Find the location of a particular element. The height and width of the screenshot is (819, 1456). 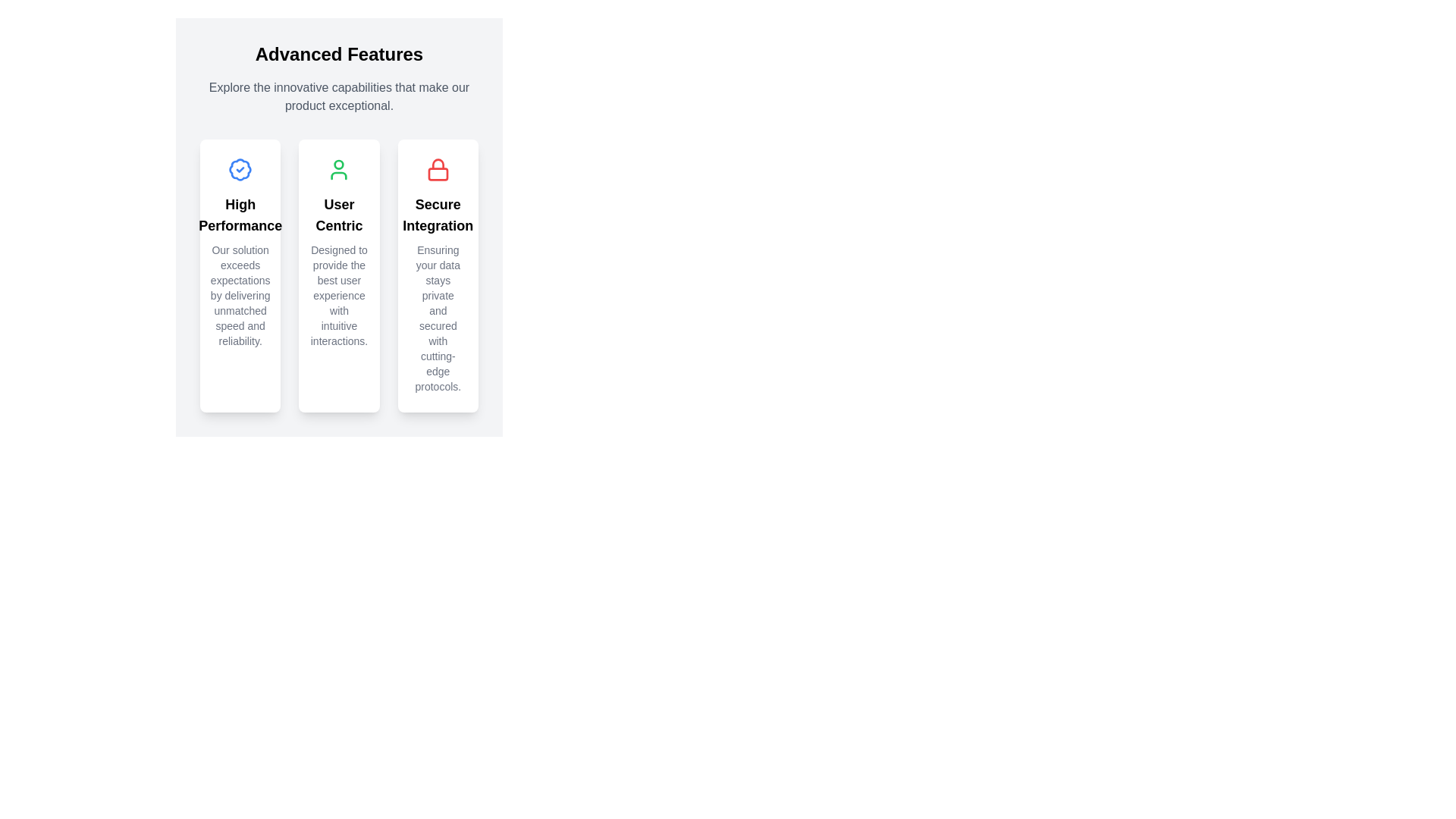

the circle element that represents the head in the user icon of the 'User Centric' feature card, which is part of an SVG graphic located in the center of the middle card above the text 'User Centric' is located at coordinates (338, 165).